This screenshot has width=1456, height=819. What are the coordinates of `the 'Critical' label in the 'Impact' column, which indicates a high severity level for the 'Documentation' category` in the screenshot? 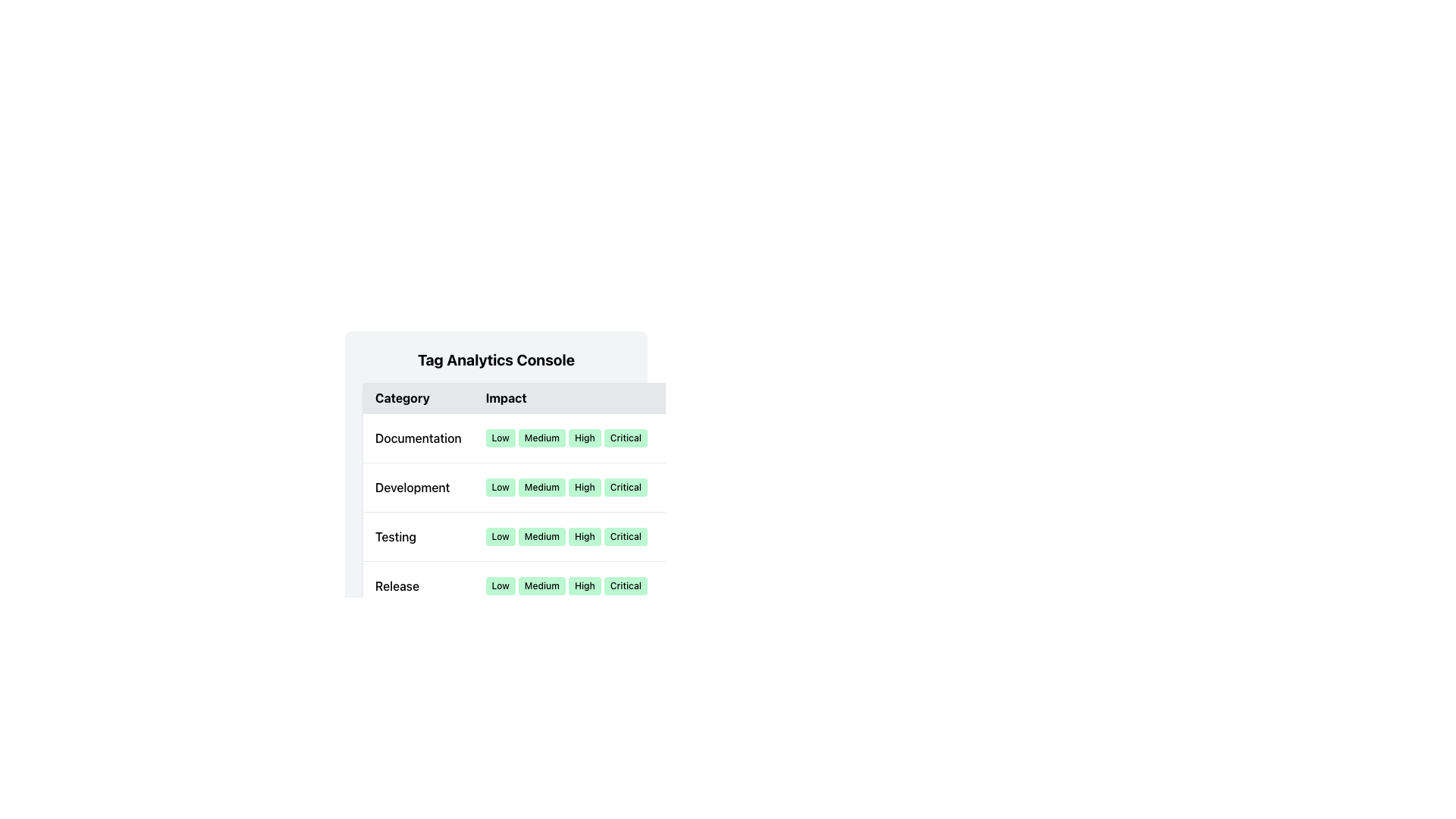 It's located at (626, 438).